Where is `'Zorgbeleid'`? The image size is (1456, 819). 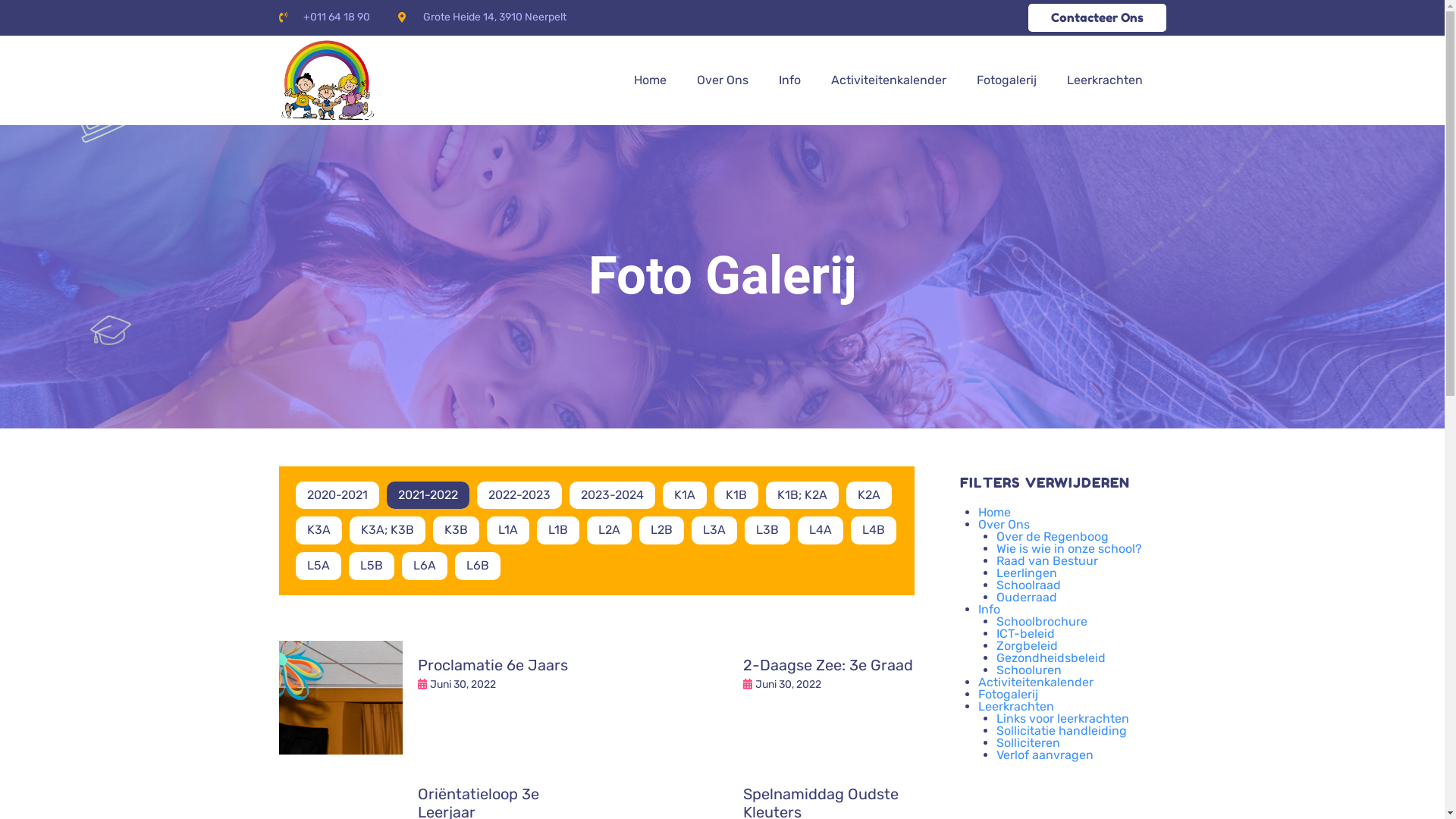
'Zorgbeleid' is located at coordinates (1027, 645).